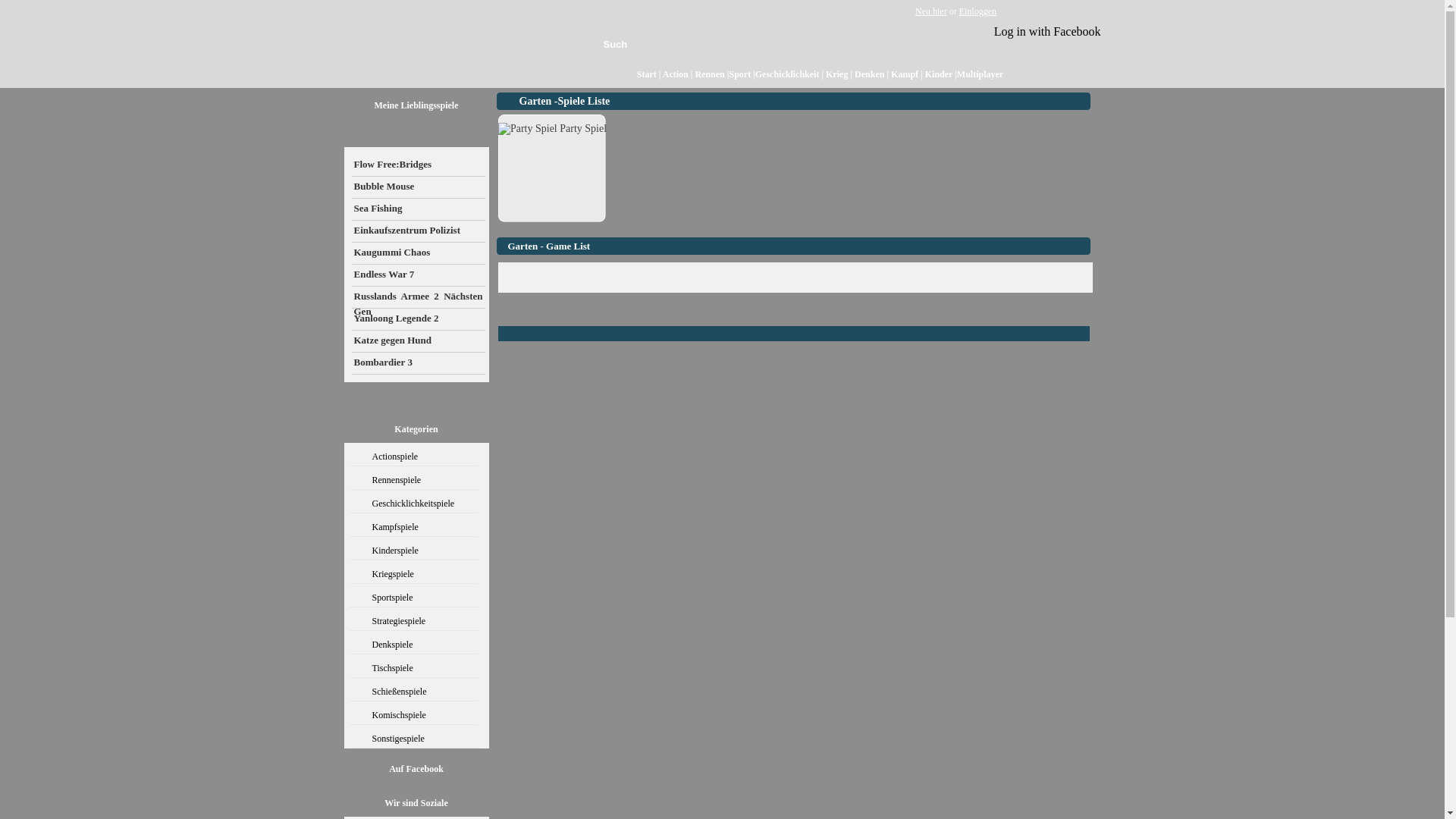 The image size is (1456, 819). What do you see at coordinates (375, 104) in the screenshot?
I see `'Meine Lieblingsspiele'` at bounding box center [375, 104].